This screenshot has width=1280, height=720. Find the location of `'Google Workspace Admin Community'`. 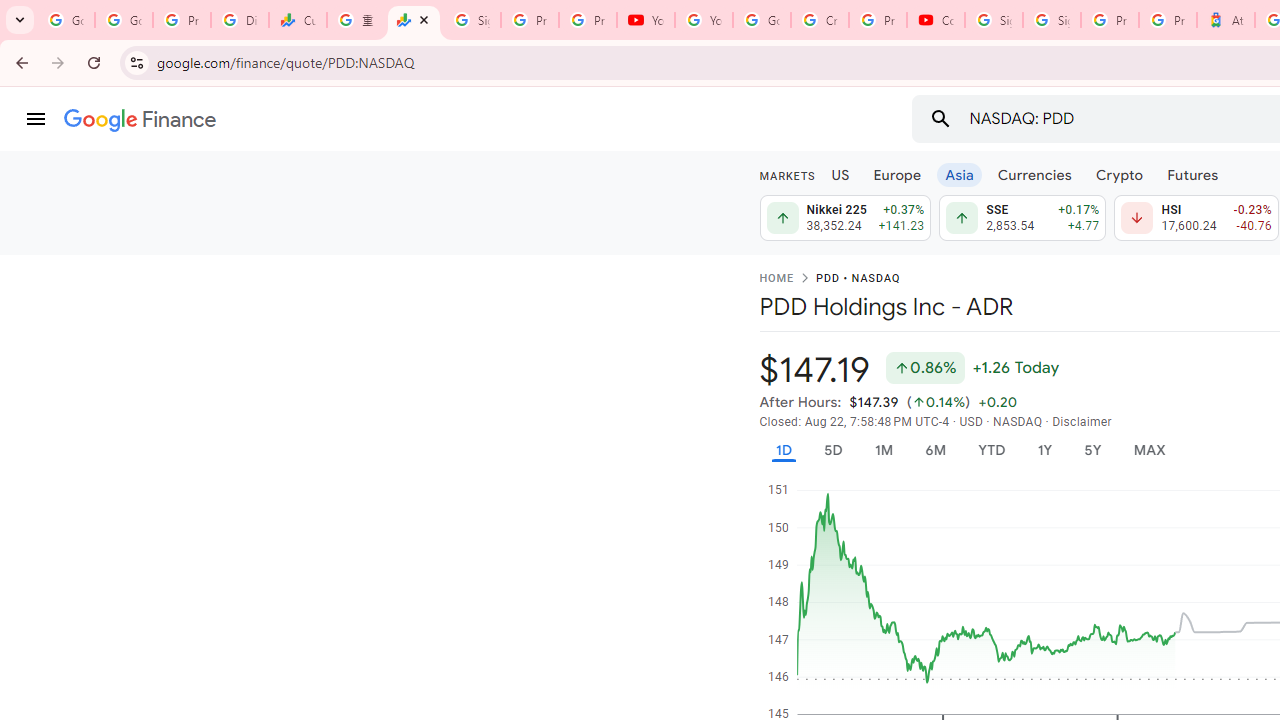

'Google Workspace Admin Community' is located at coordinates (65, 20).